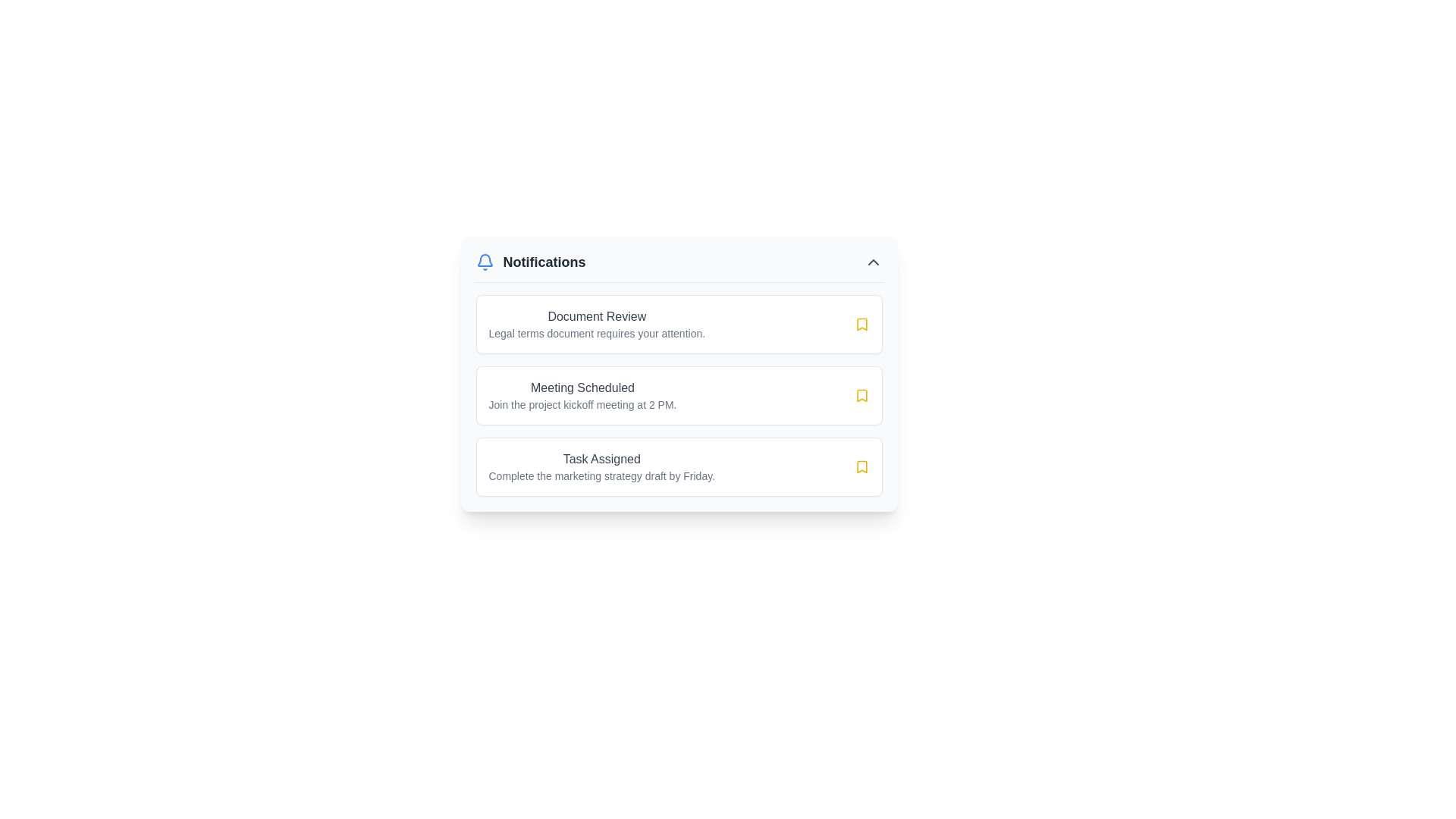 This screenshot has width=1456, height=819. Describe the element at coordinates (861, 394) in the screenshot. I see `the bookmark icon located at the far right of the 'Meeting Scheduled' notification item` at that location.